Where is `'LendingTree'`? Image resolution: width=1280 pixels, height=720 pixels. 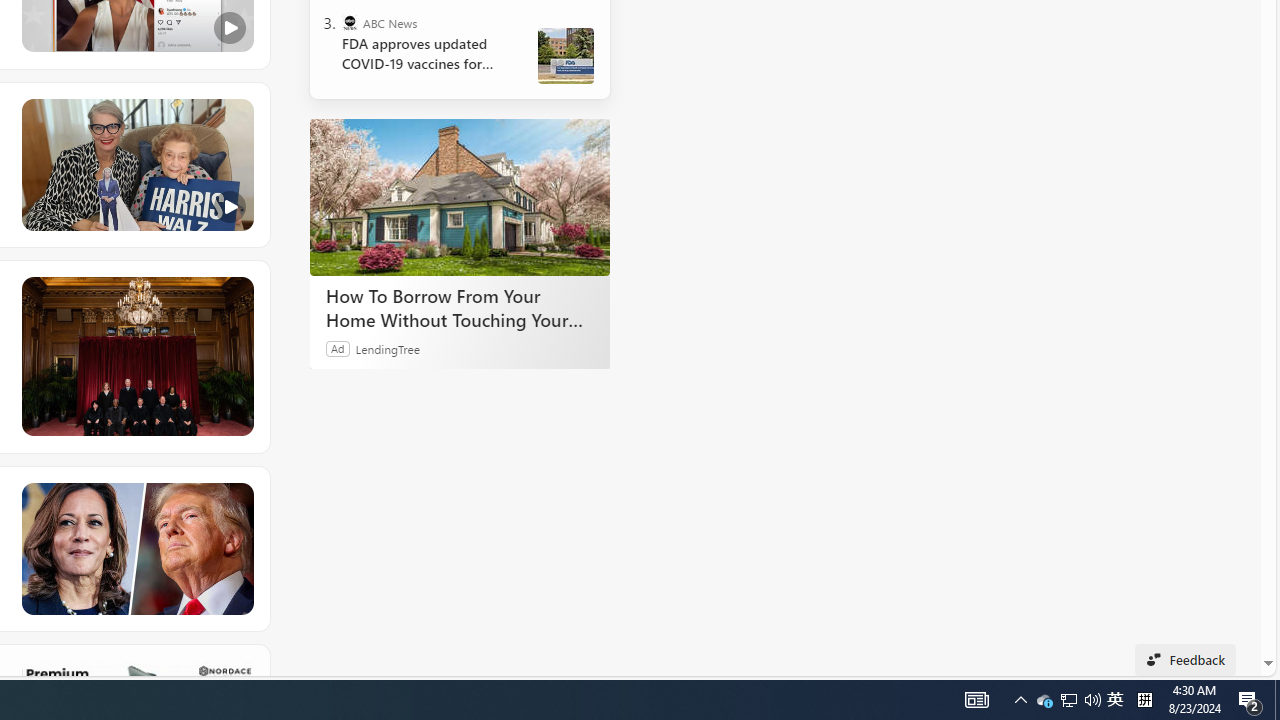
'LendingTree' is located at coordinates (387, 347).